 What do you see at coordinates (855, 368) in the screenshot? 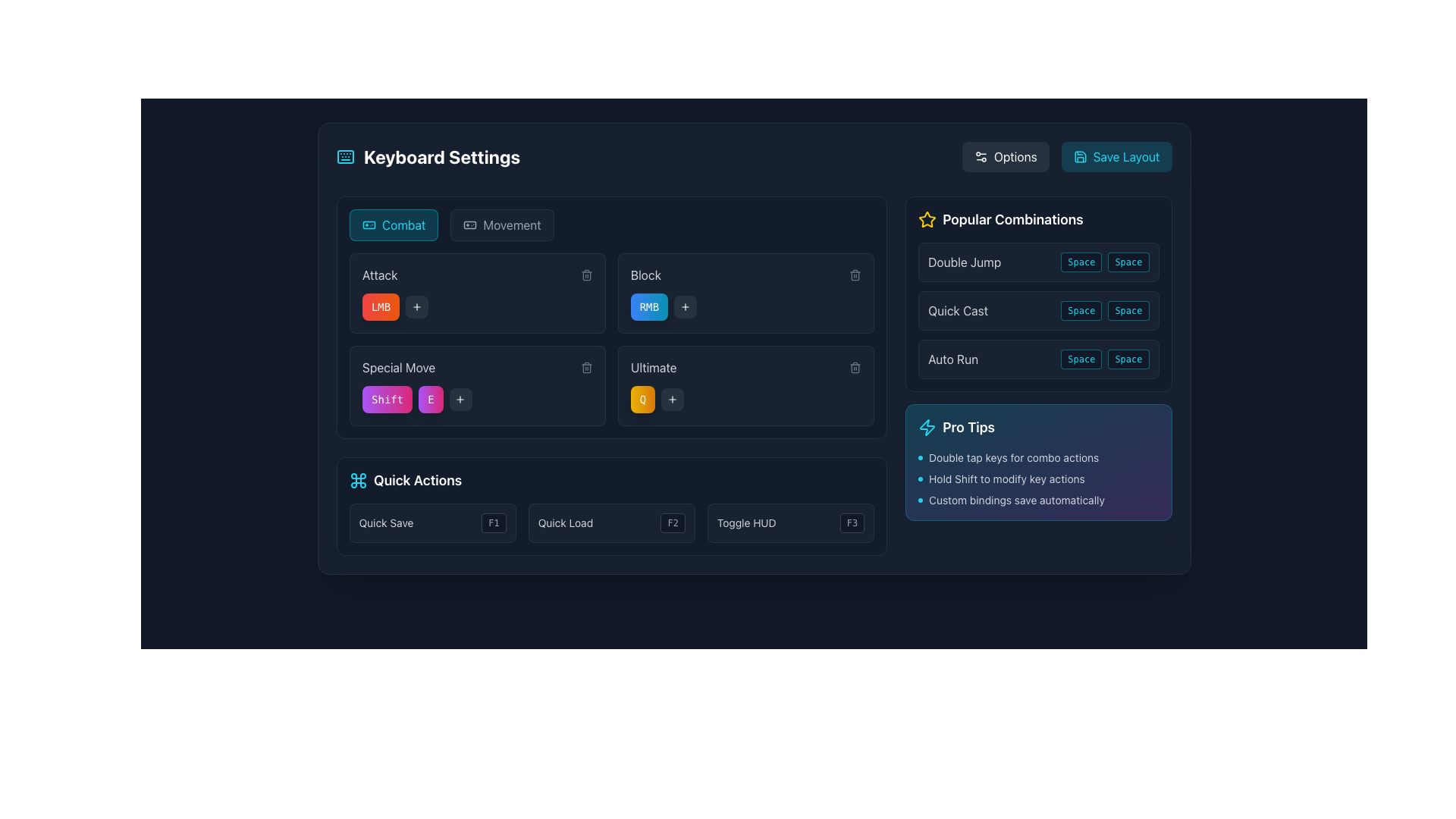
I see `the gray trash icon button located to the right of the text 'Ultimate'` at bounding box center [855, 368].